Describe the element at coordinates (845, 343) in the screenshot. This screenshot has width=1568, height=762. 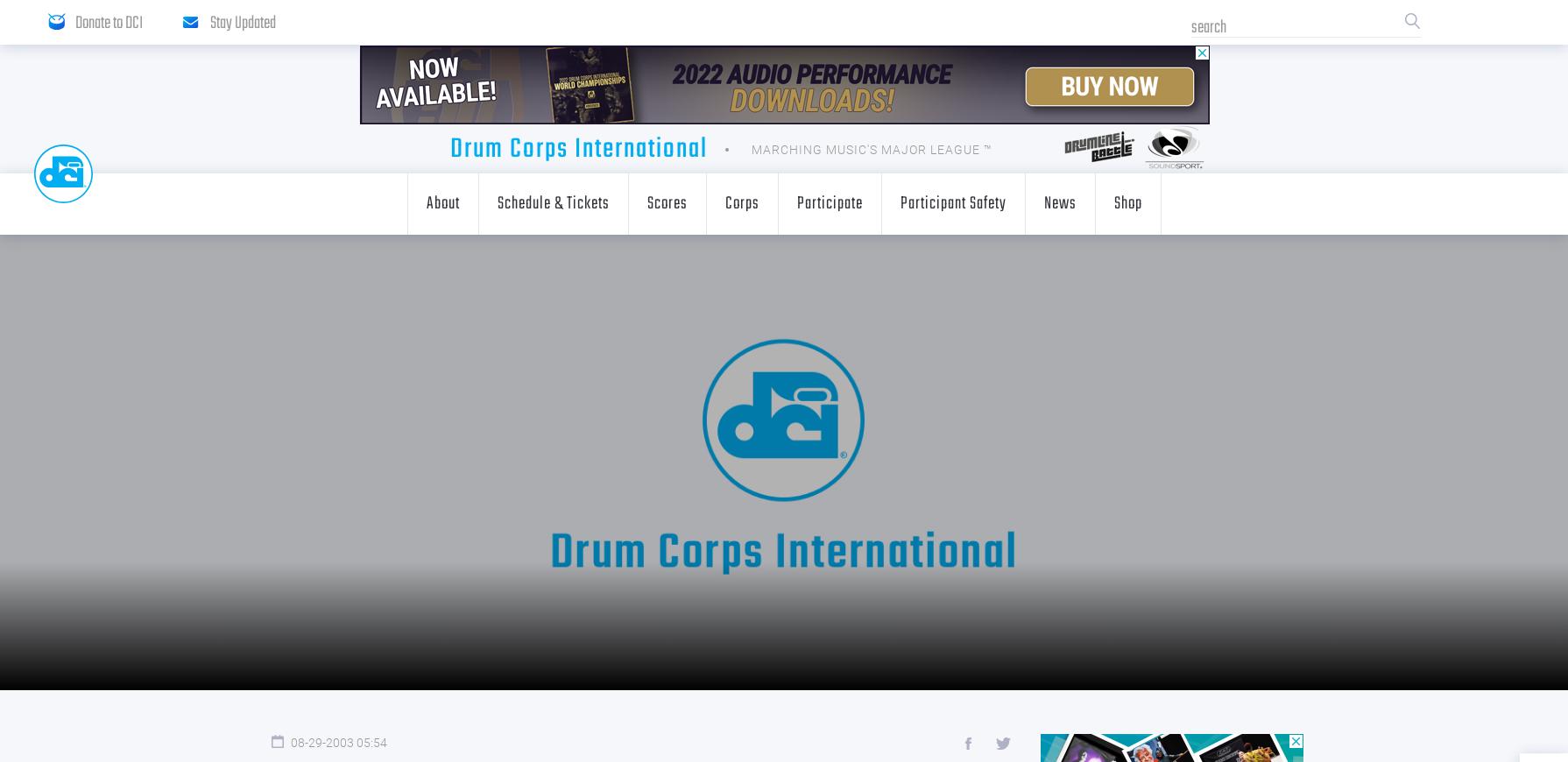
I see `'BANDtastic!'` at that location.